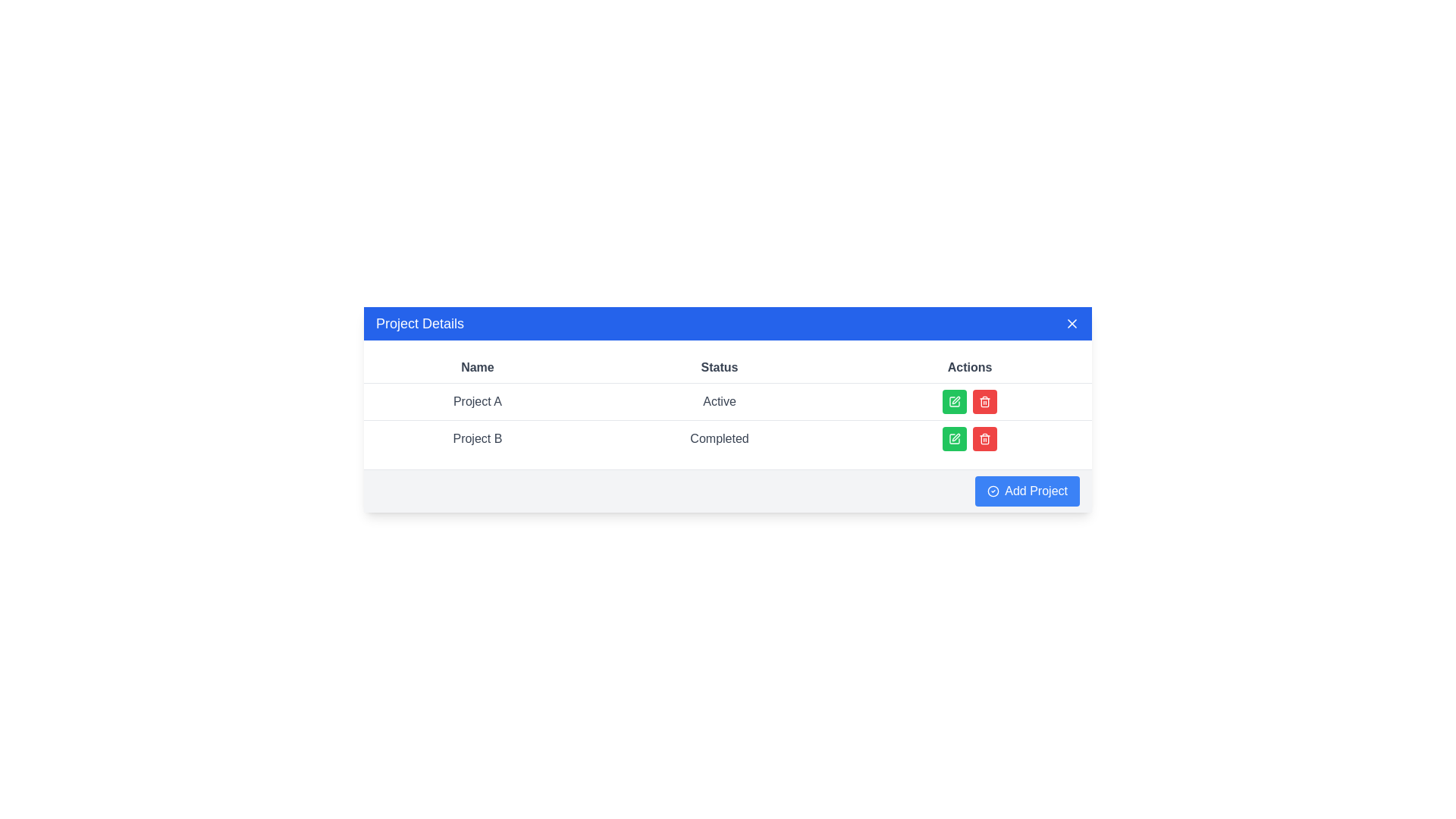  I want to click on the Delete button located in the Actions column of the second row in the table to initiate the delete action for the corresponding data entry, so click(985, 400).